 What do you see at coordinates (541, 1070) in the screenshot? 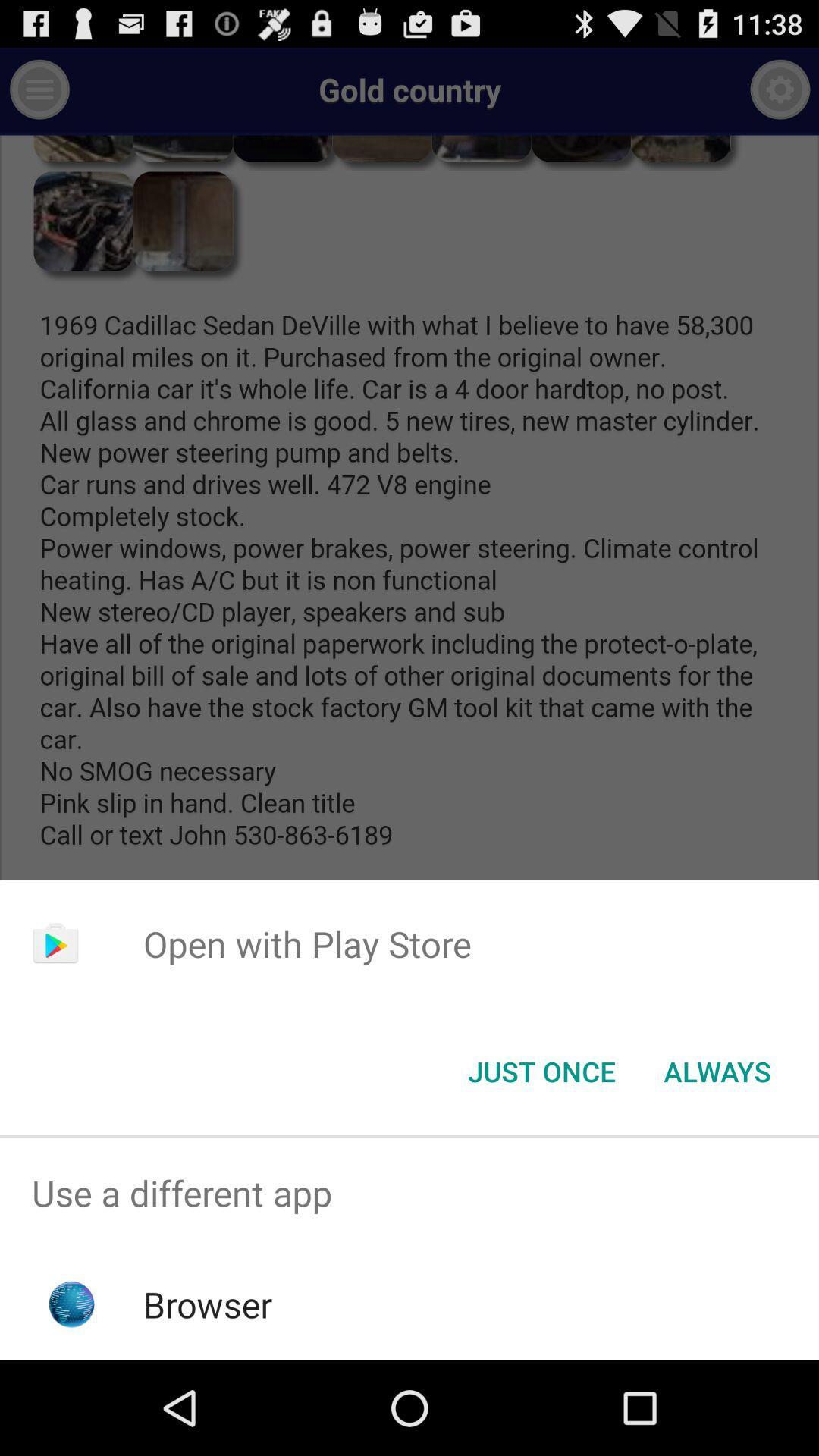
I see `app below open with play item` at bounding box center [541, 1070].